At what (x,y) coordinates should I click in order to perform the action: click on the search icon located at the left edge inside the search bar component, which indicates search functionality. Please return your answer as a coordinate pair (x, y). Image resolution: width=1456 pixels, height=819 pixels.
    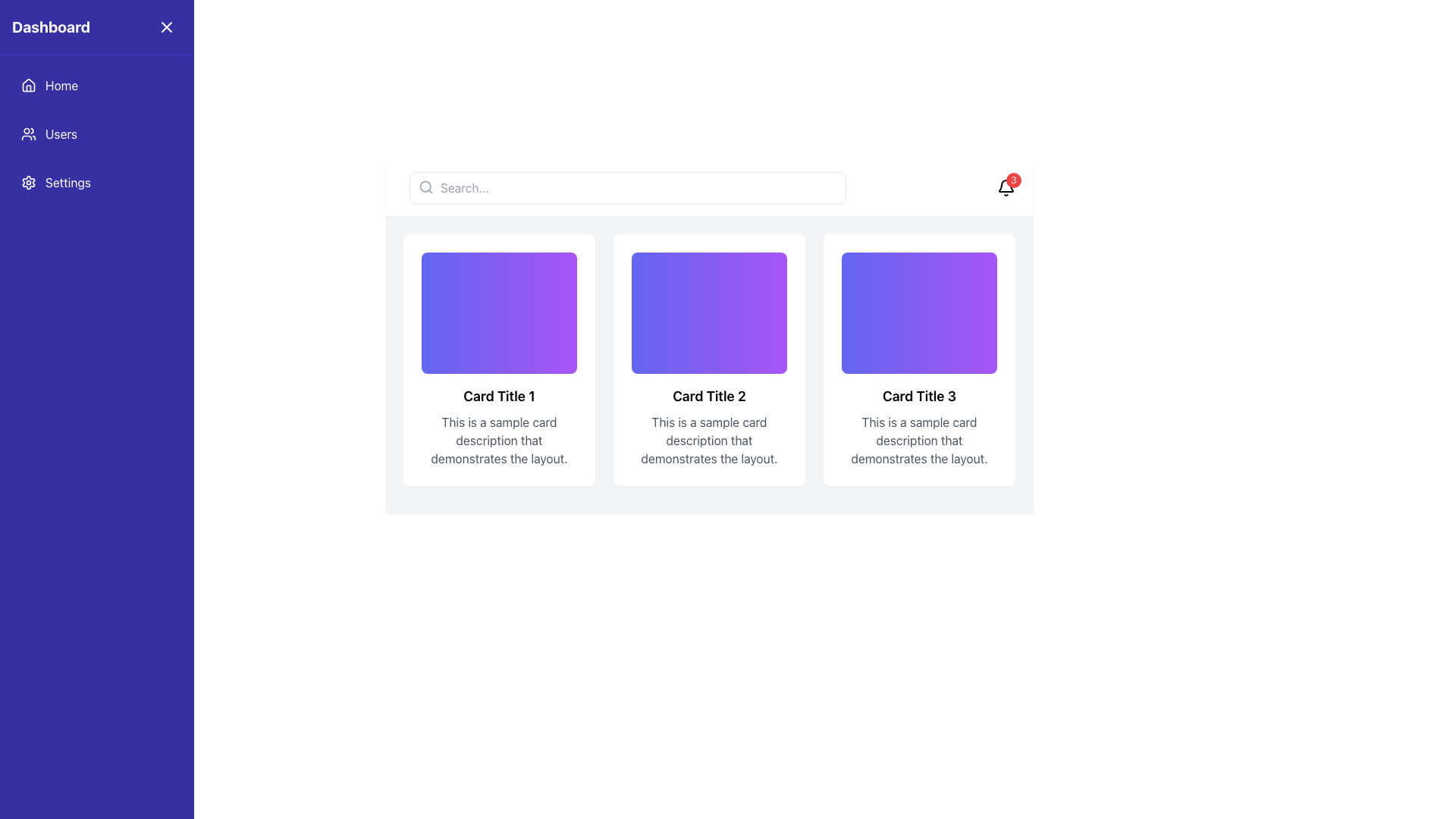
    Looking at the image, I should click on (425, 186).